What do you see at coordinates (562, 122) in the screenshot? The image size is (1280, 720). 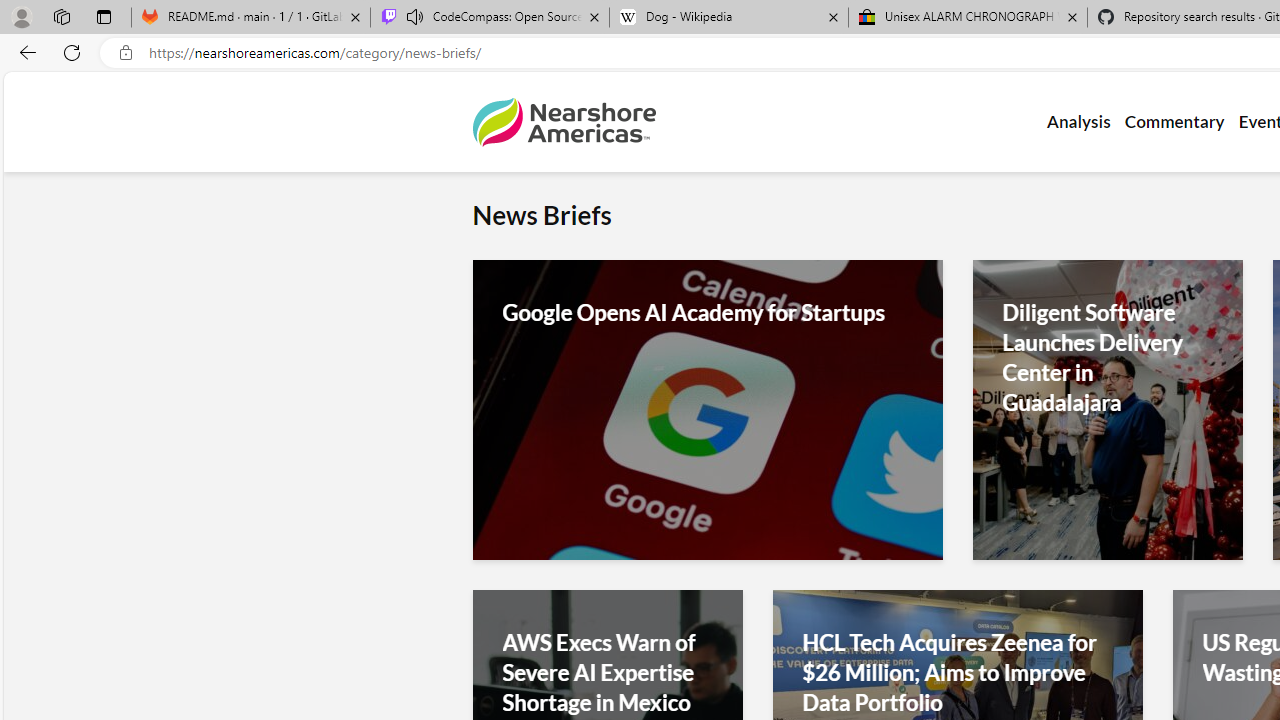 I see `'Nearshore Americas'` at bounding box center [562, 122].